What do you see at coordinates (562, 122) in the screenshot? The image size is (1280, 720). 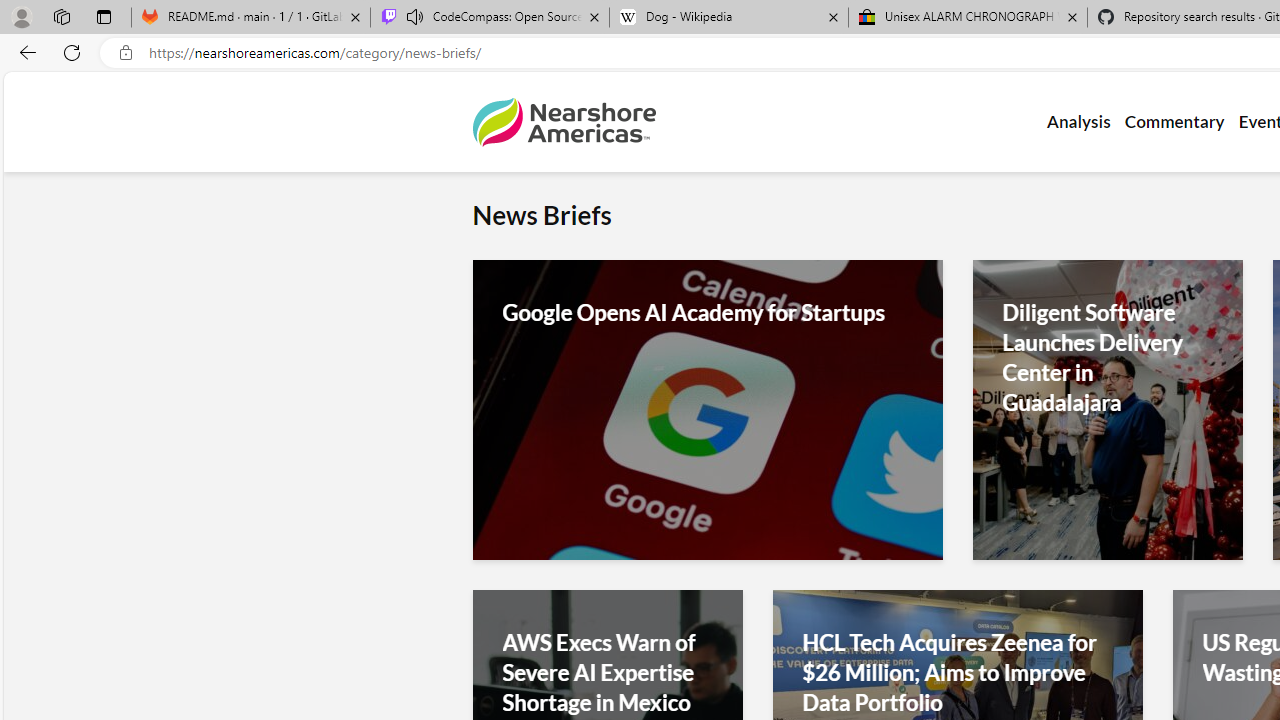 I see `'Nearshore Americas'` at bounding box center [562, 122].